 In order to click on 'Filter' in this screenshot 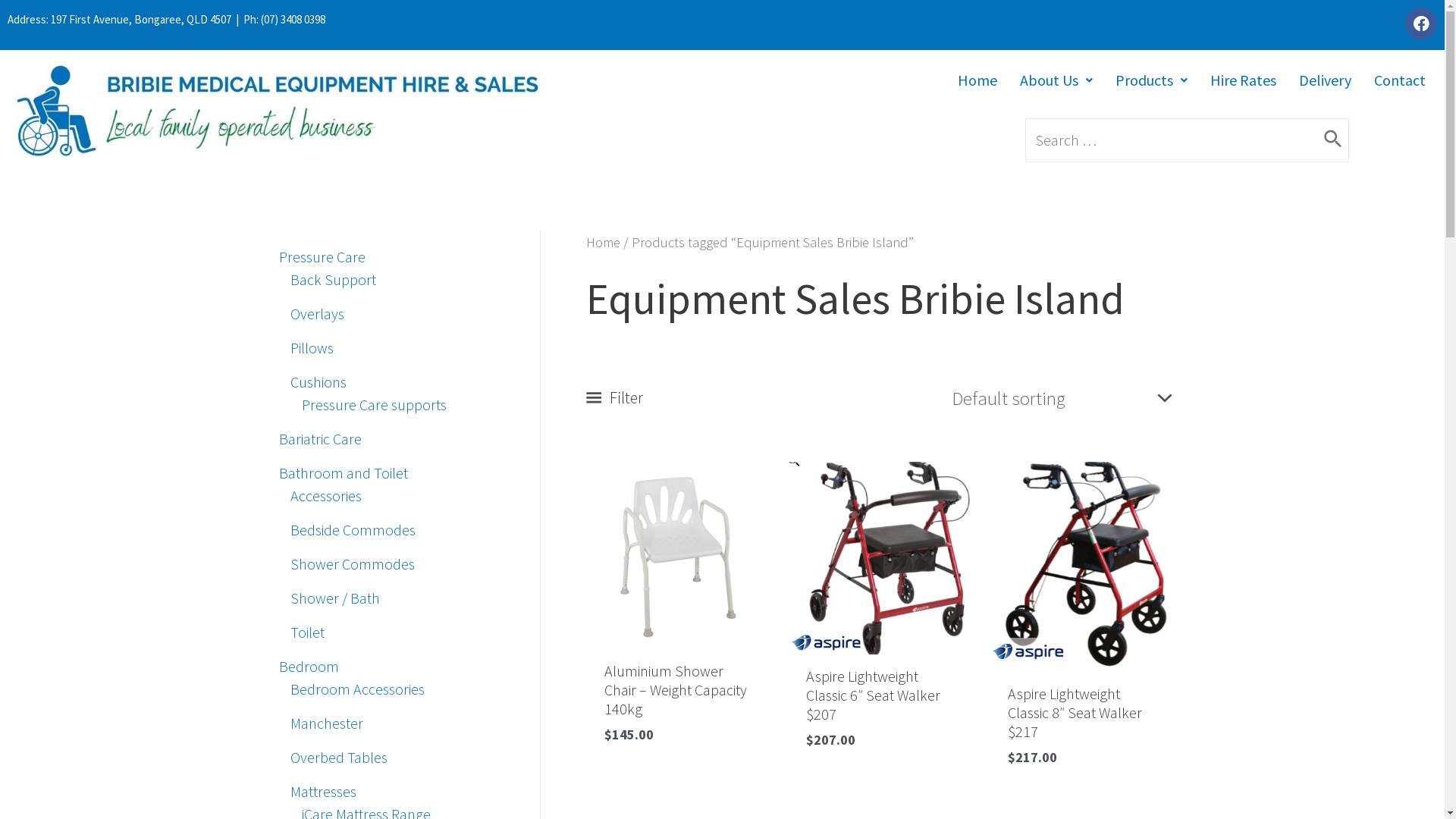, I will do `click(613, 397)`.